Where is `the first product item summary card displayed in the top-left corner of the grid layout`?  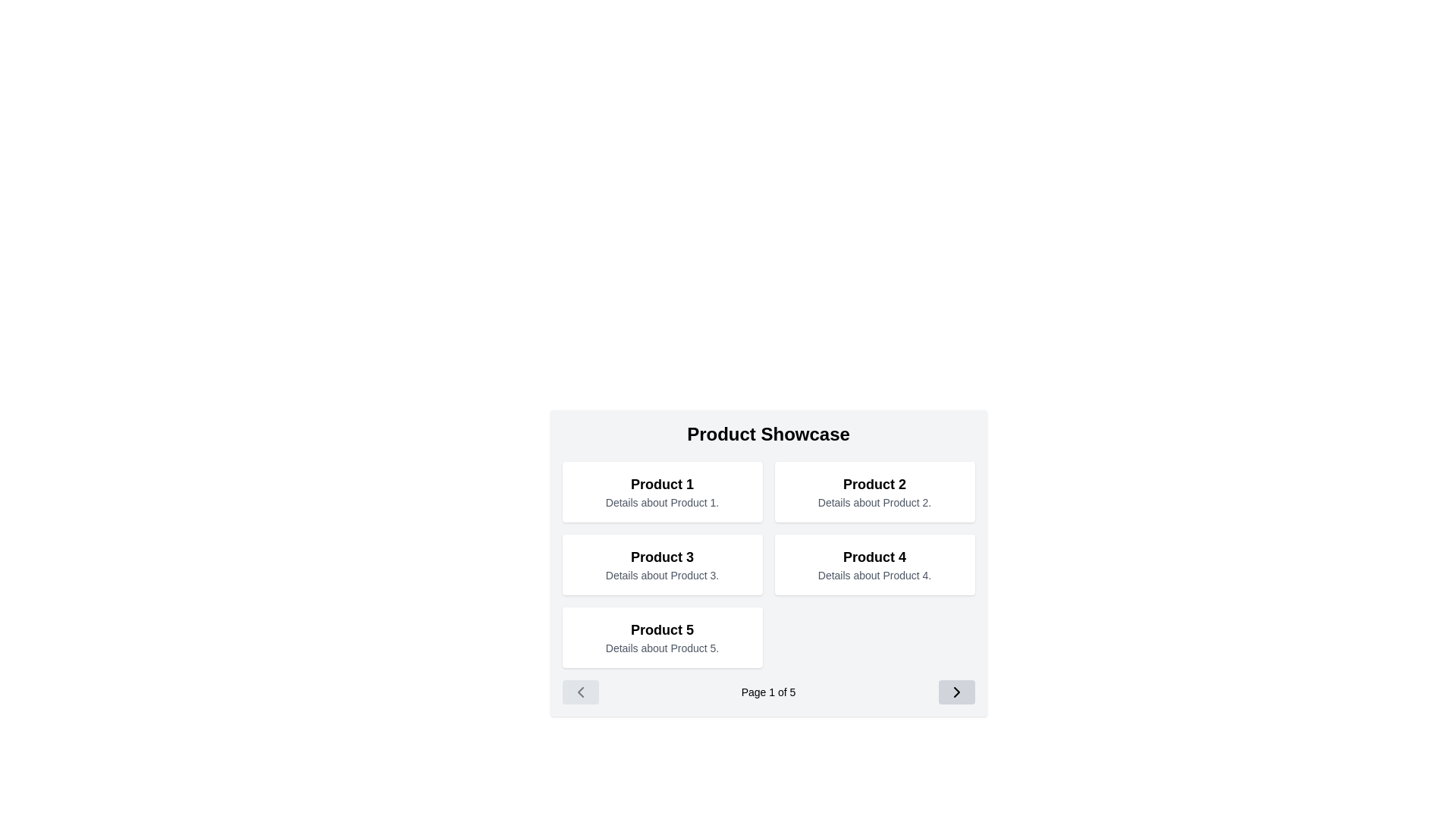
the first product item summary card displayed in the top-left corner of the grid layout is located at coordinates (662, 491).